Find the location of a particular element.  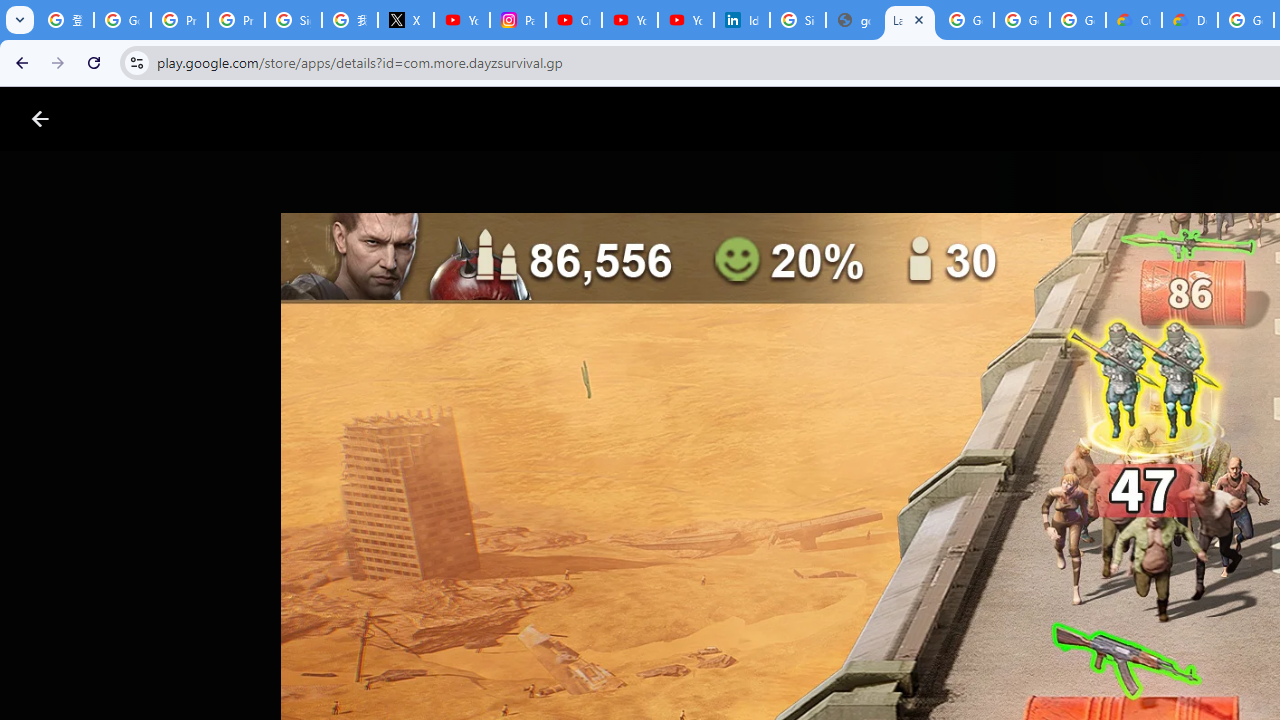

'Privacy Help Center - Policies Help' is located at coordinates (179, 20).